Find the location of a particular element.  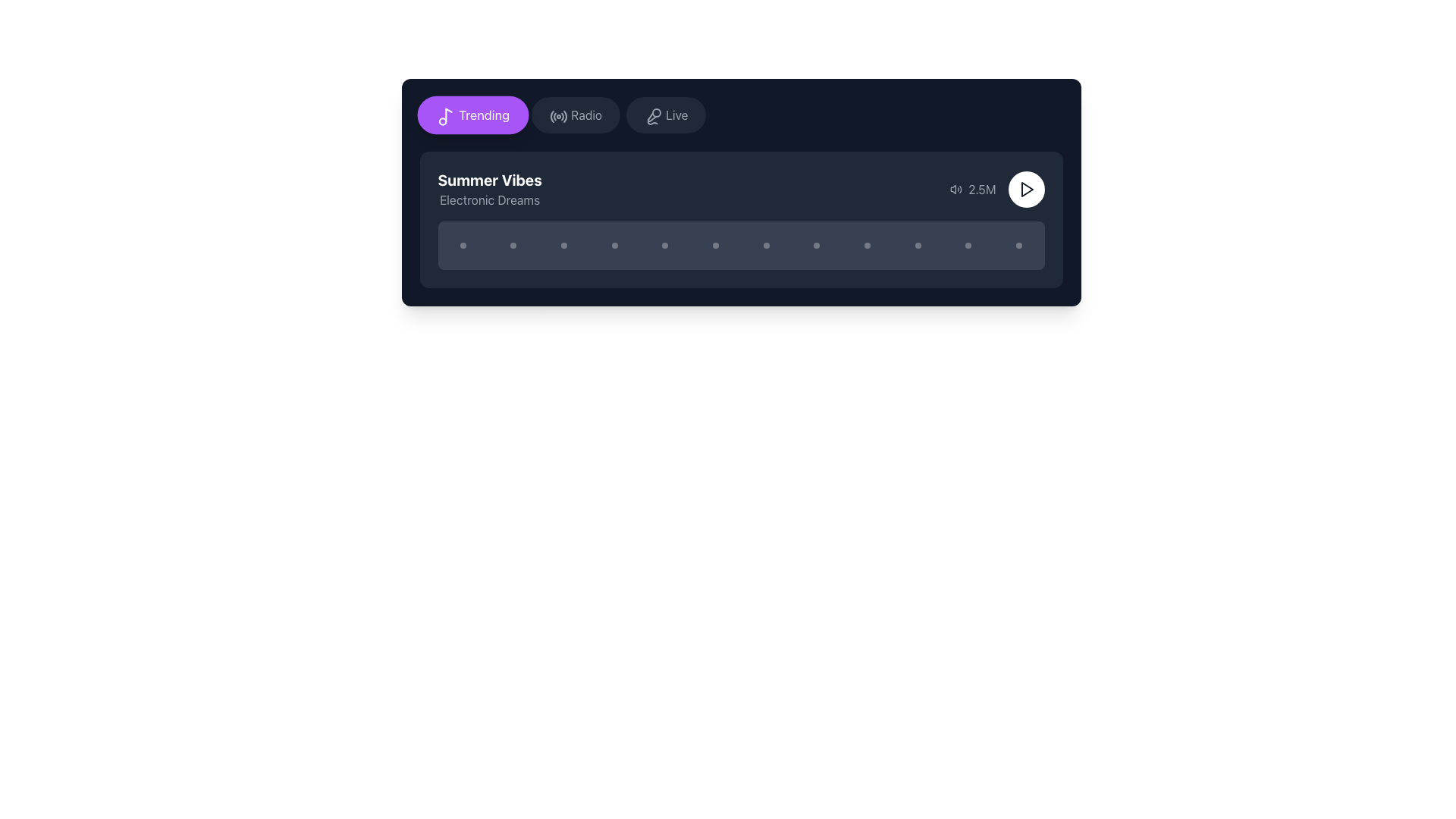

the 'Live' text label within the interactive button in the navigation row is located at coordinates (676, 114).